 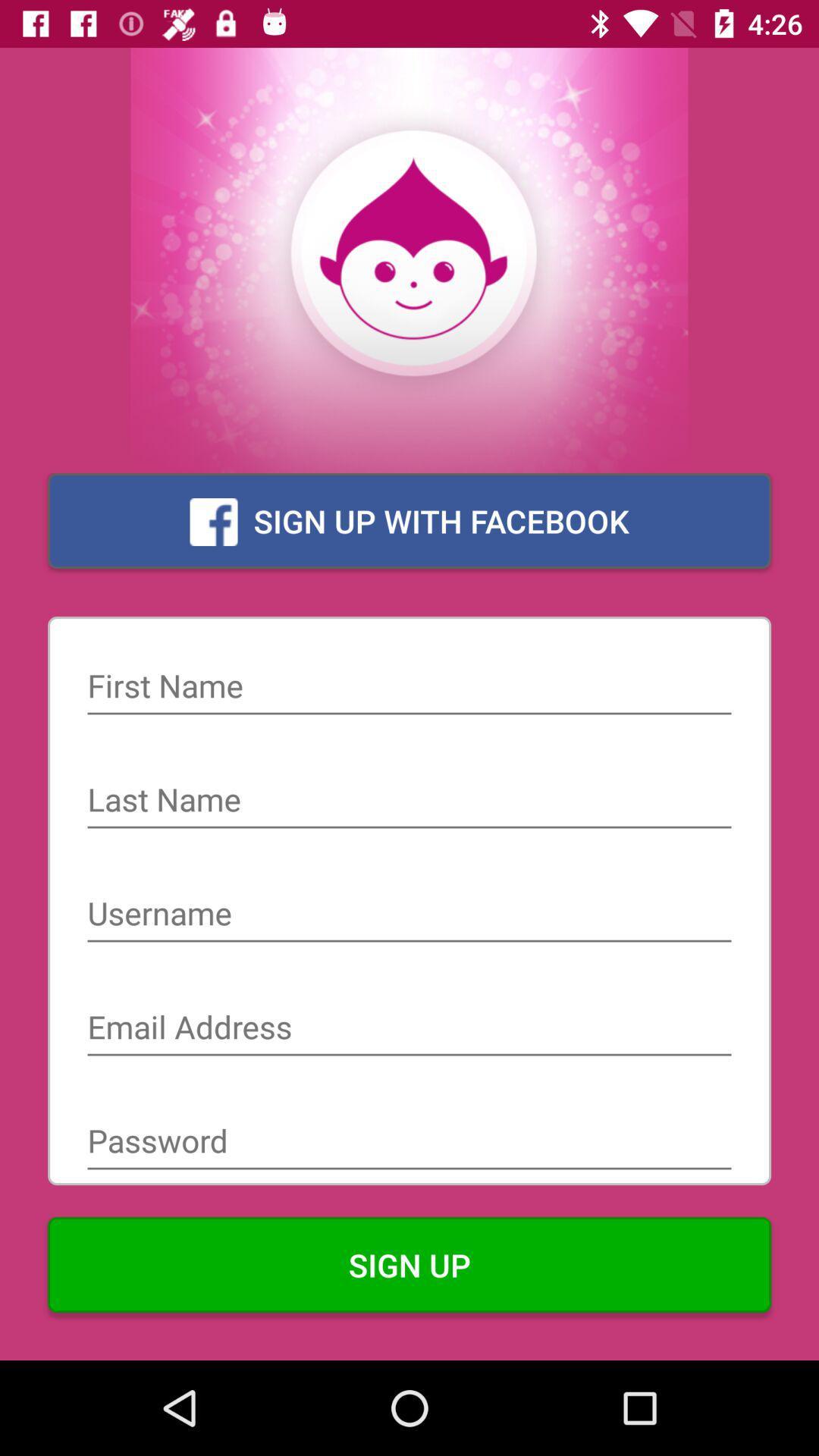 What do you see at coordinates (409, 1143) in the screenshot?
I see `password` at bounding box center [409, 1143].